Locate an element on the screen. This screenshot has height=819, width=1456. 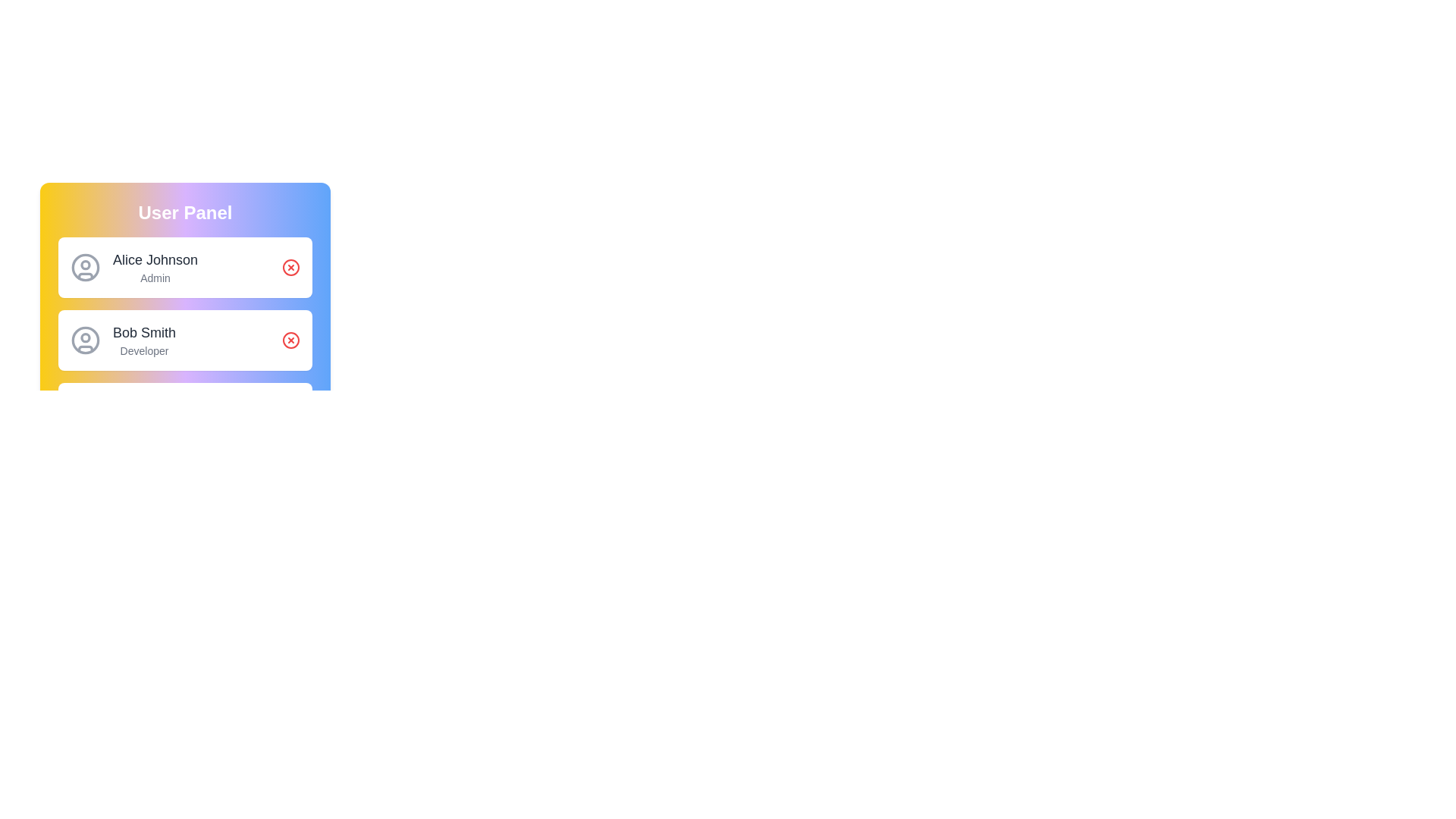
the Text display field that shows the name and role of the user 'Alice Johnson', an 'Admin', located near the top-left corner of the User Panel, beside a circular user avatar and above the text 'Bob Smith' is located at coordinates (155, 267).